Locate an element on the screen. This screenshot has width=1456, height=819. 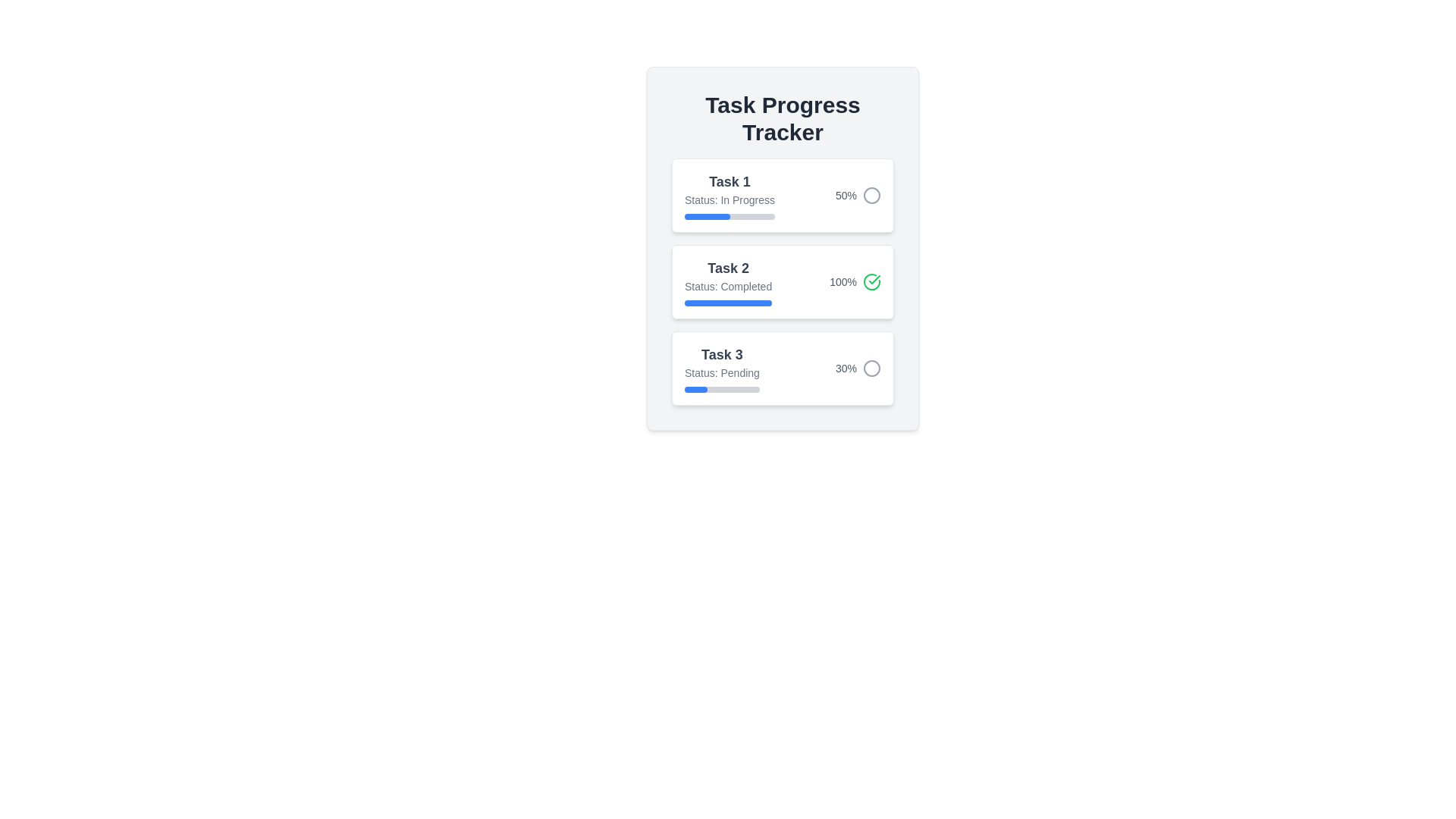
the text label that identifies the task name ('Task 3') and its current status ('Pending') by moving the cursor to its center point is located at coordinates (721, 369).